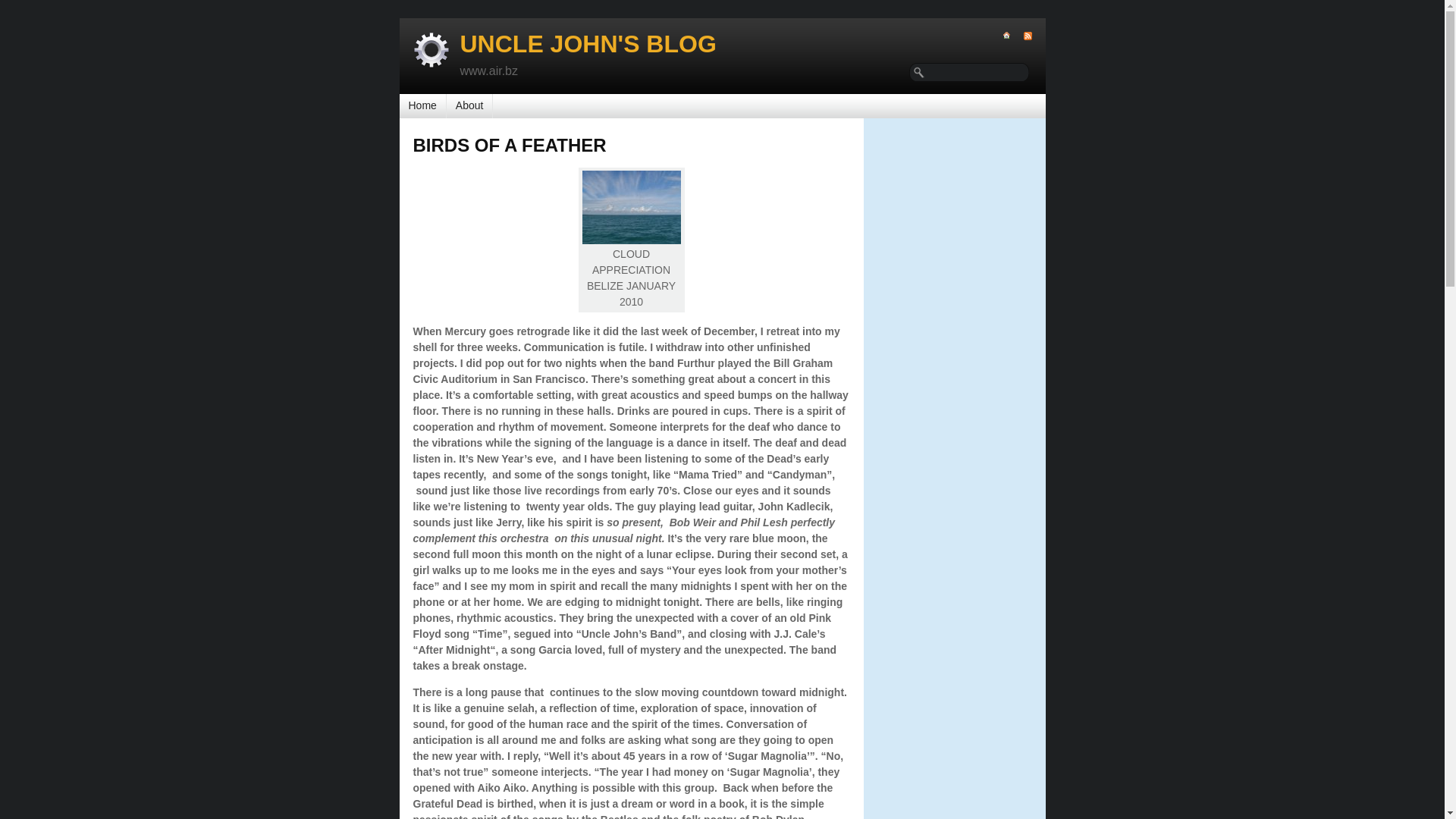 The width and height of the screenshot is (1456, 819). I want to click on 'RSS link', so click(1021, 35).